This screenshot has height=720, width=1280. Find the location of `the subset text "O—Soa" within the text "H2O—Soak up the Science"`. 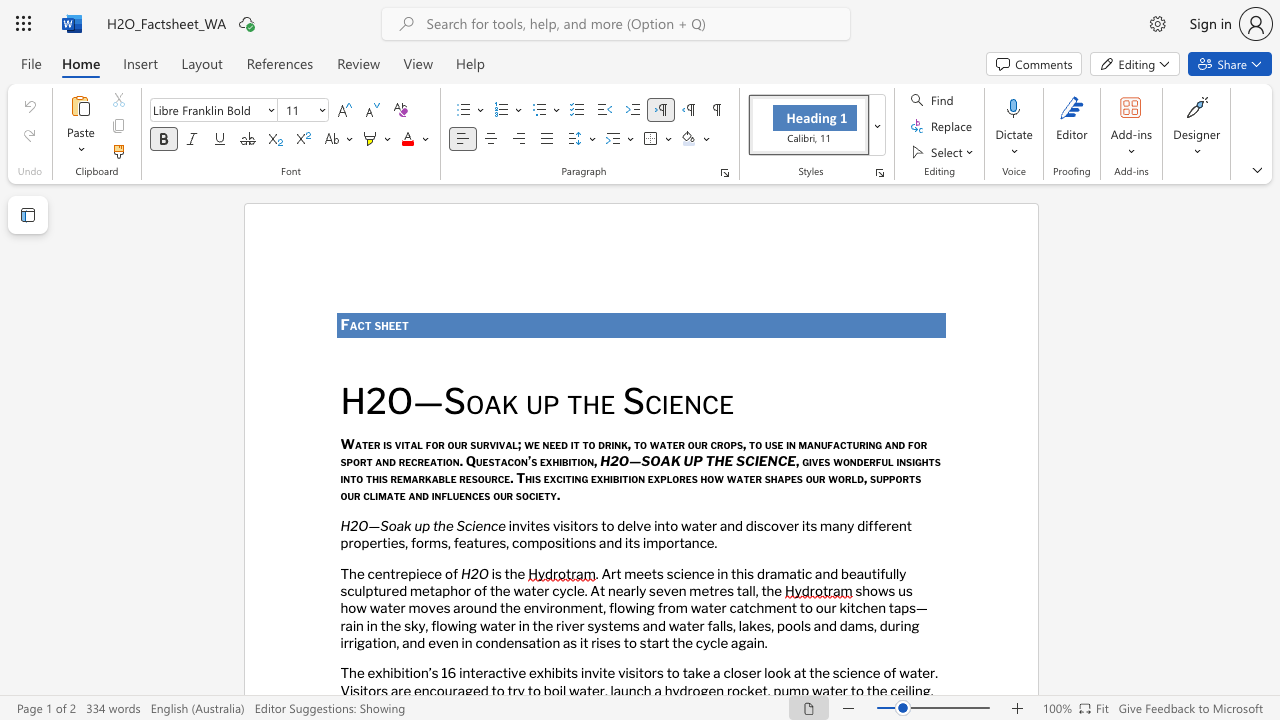

the subset text "O—Soa" within the text "H2O—Soak up the Science" is located at coordinates (386, 402).